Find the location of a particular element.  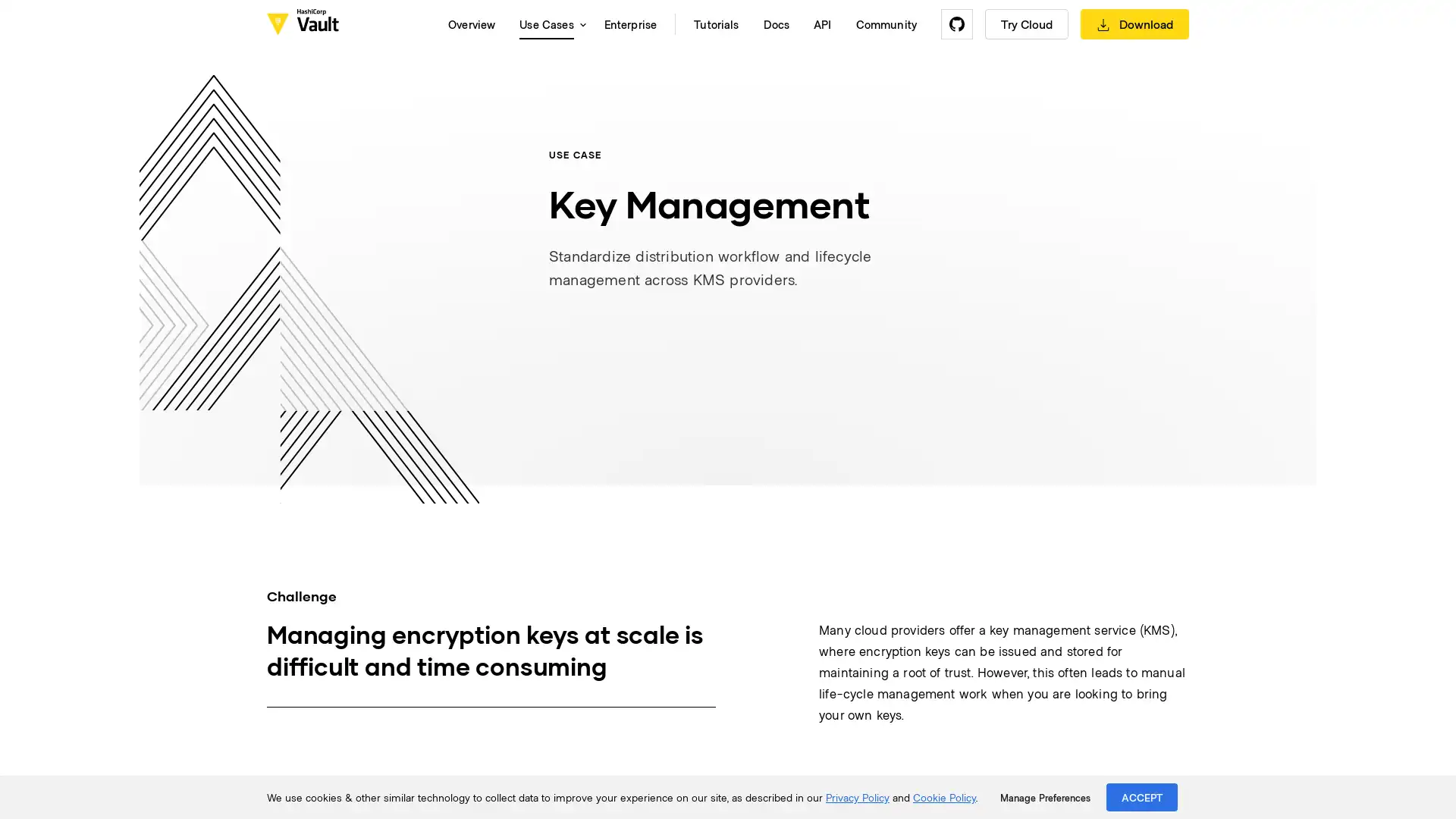

ACCEPT is located at coordinates (1142, 796).